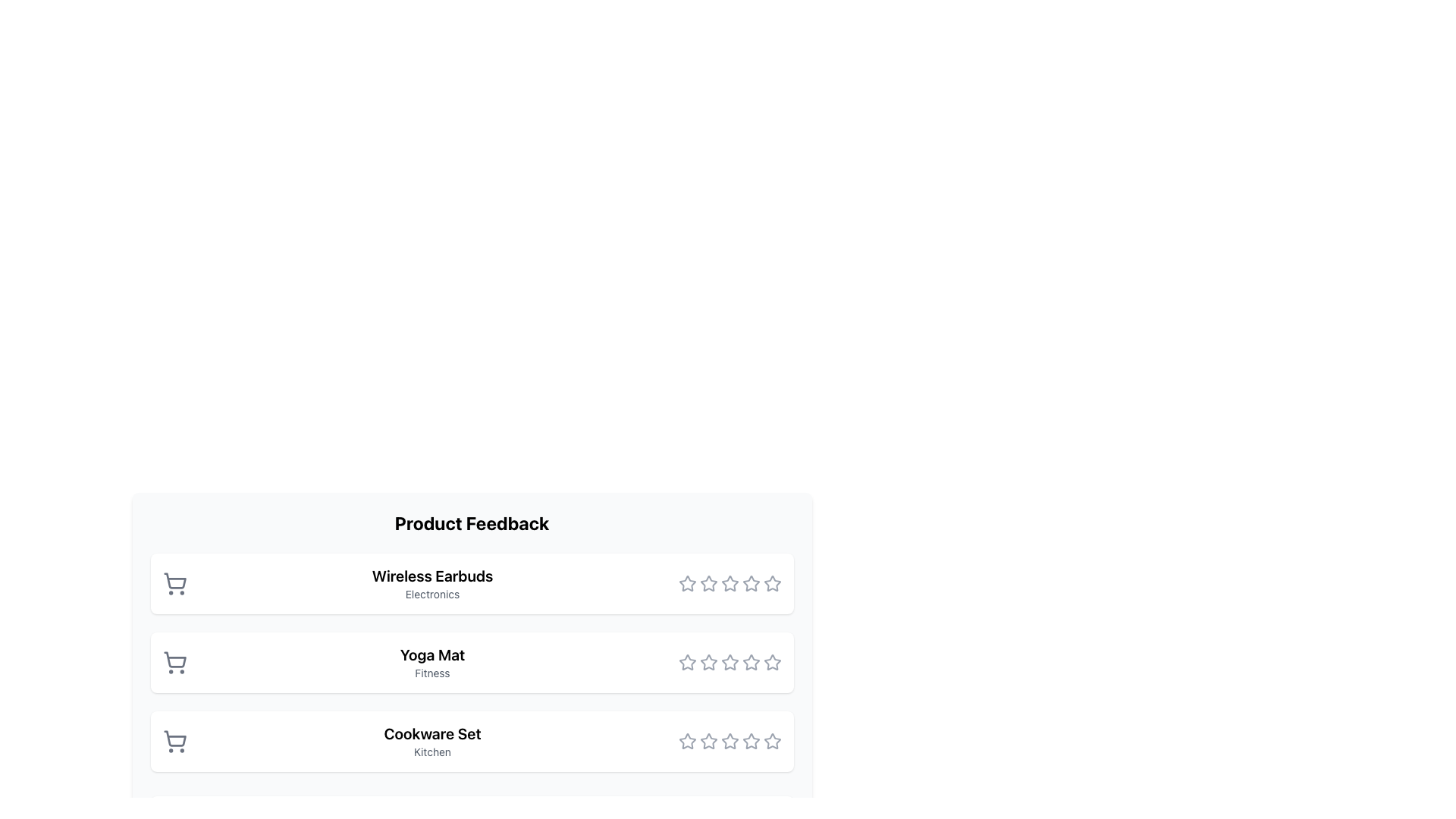 The height and width of the screenshot is (819, 1456). What do you see at coordinates (772, 740) in the screenshot?
I see `the fifth star icon in the rating component for the 'Cookware Set'` at bounding box center [772, 740].